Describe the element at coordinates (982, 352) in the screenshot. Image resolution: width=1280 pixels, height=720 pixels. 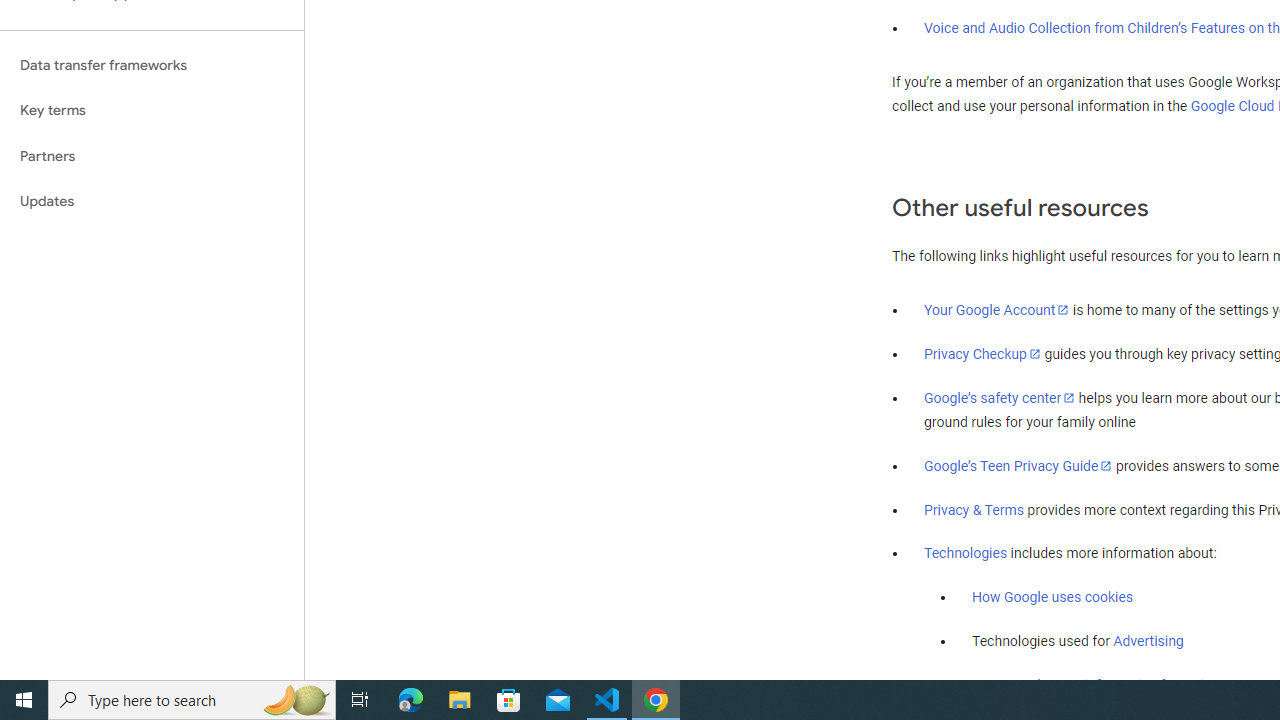
I see `'Privacy Checkup'` at that location.